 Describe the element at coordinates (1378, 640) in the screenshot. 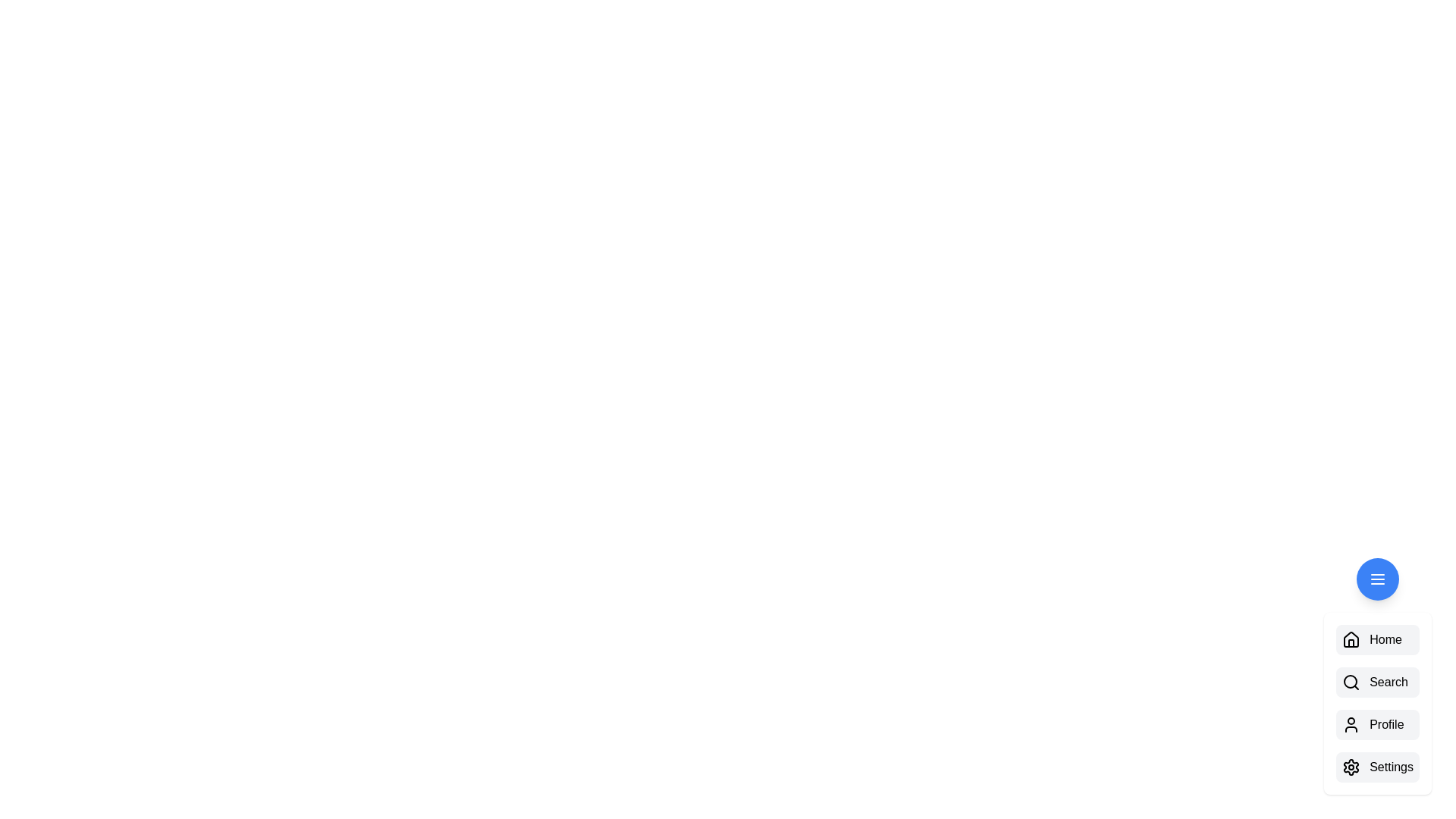

I see `the 'Home' button in the menu` at that location.